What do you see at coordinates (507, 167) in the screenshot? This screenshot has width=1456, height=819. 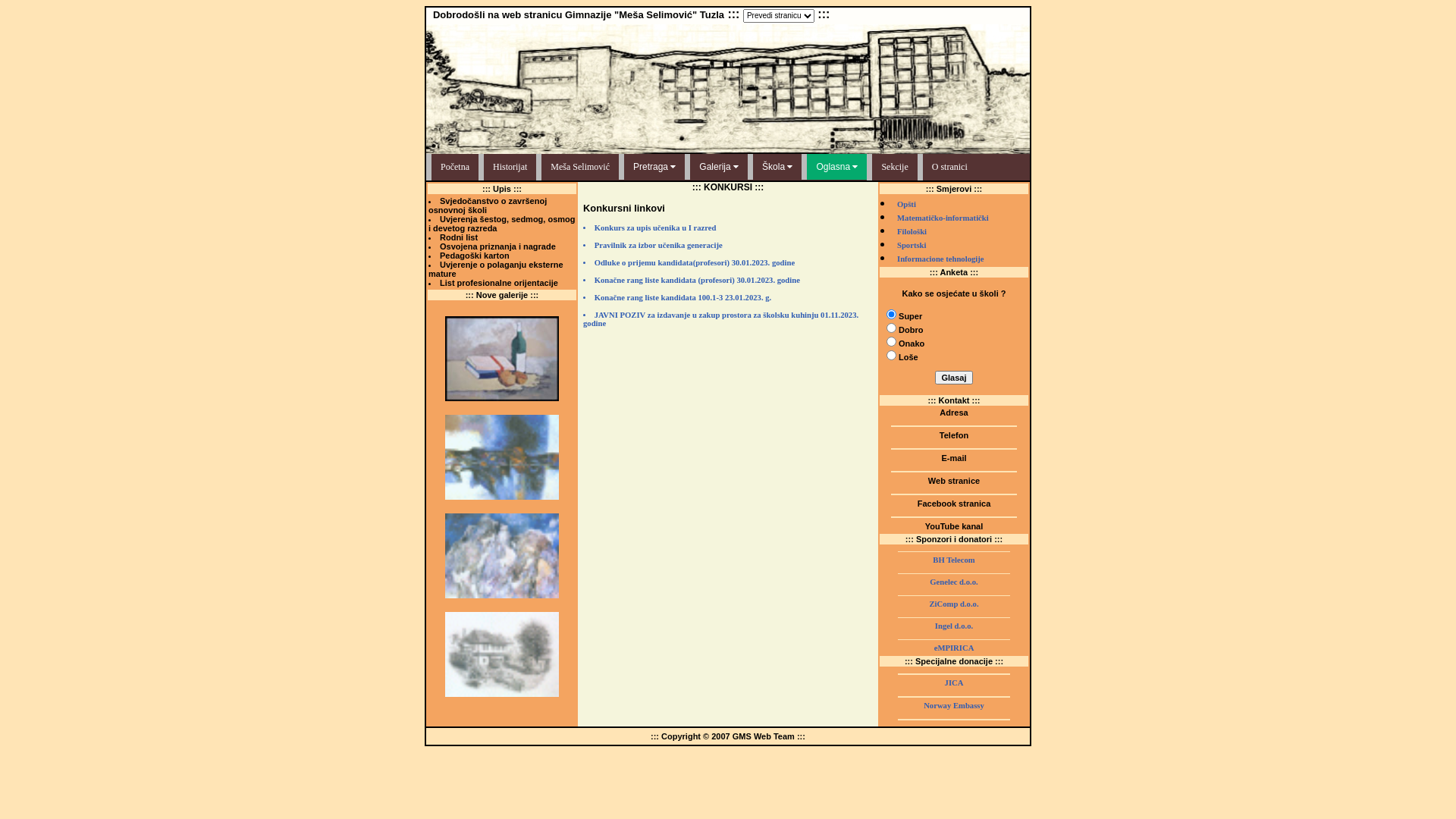 I see `'Historijat'` at bounding box center [507, 167].